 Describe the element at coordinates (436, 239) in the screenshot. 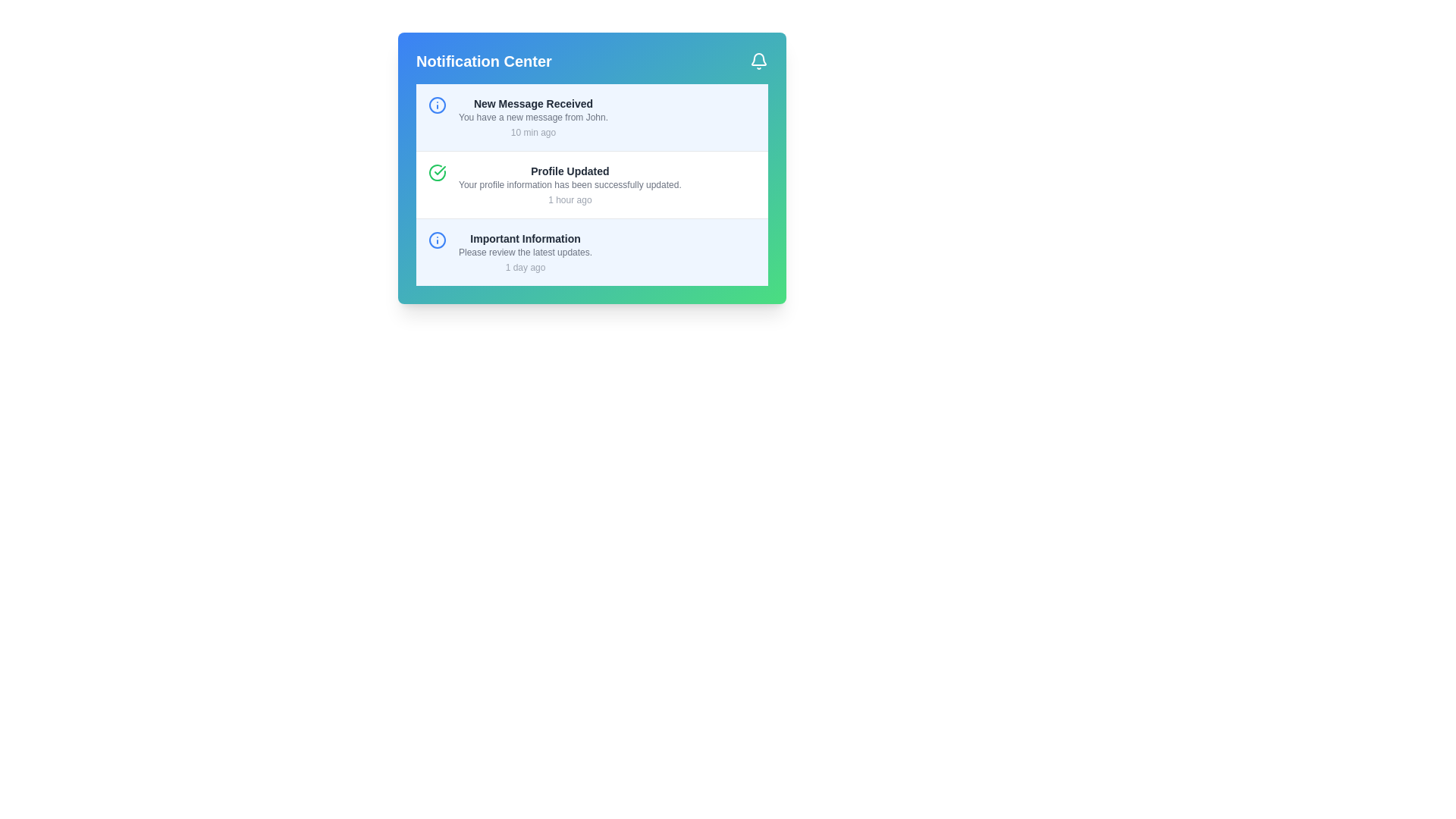

I see `the information icon located to the left of the 'Important Information' heading` at that location.